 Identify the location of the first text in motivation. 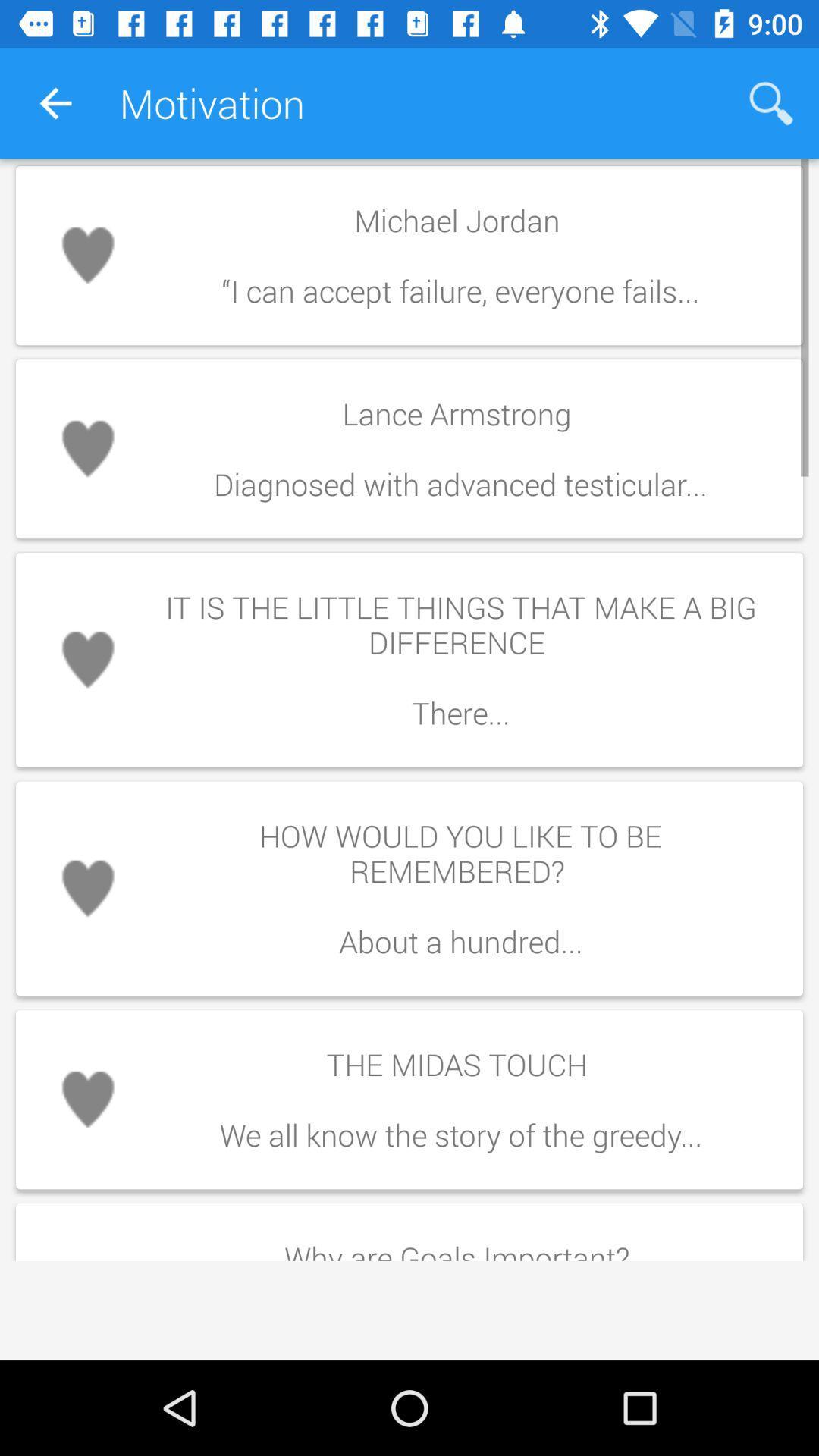
(409, 256).